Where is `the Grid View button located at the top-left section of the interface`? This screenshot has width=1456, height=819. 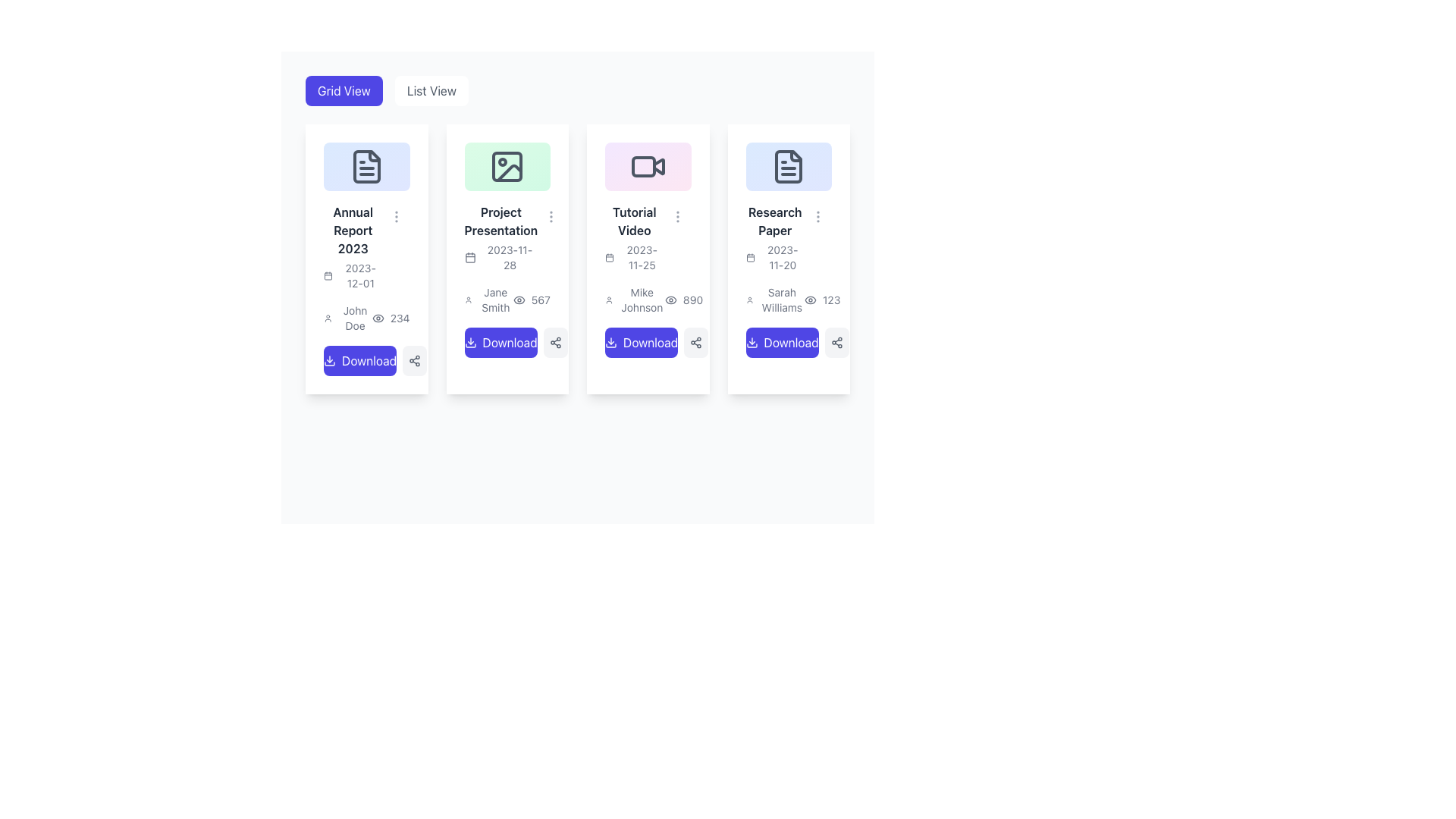
the Grid View button located at the top-left section of the interface is located at coordinates (343, 90).